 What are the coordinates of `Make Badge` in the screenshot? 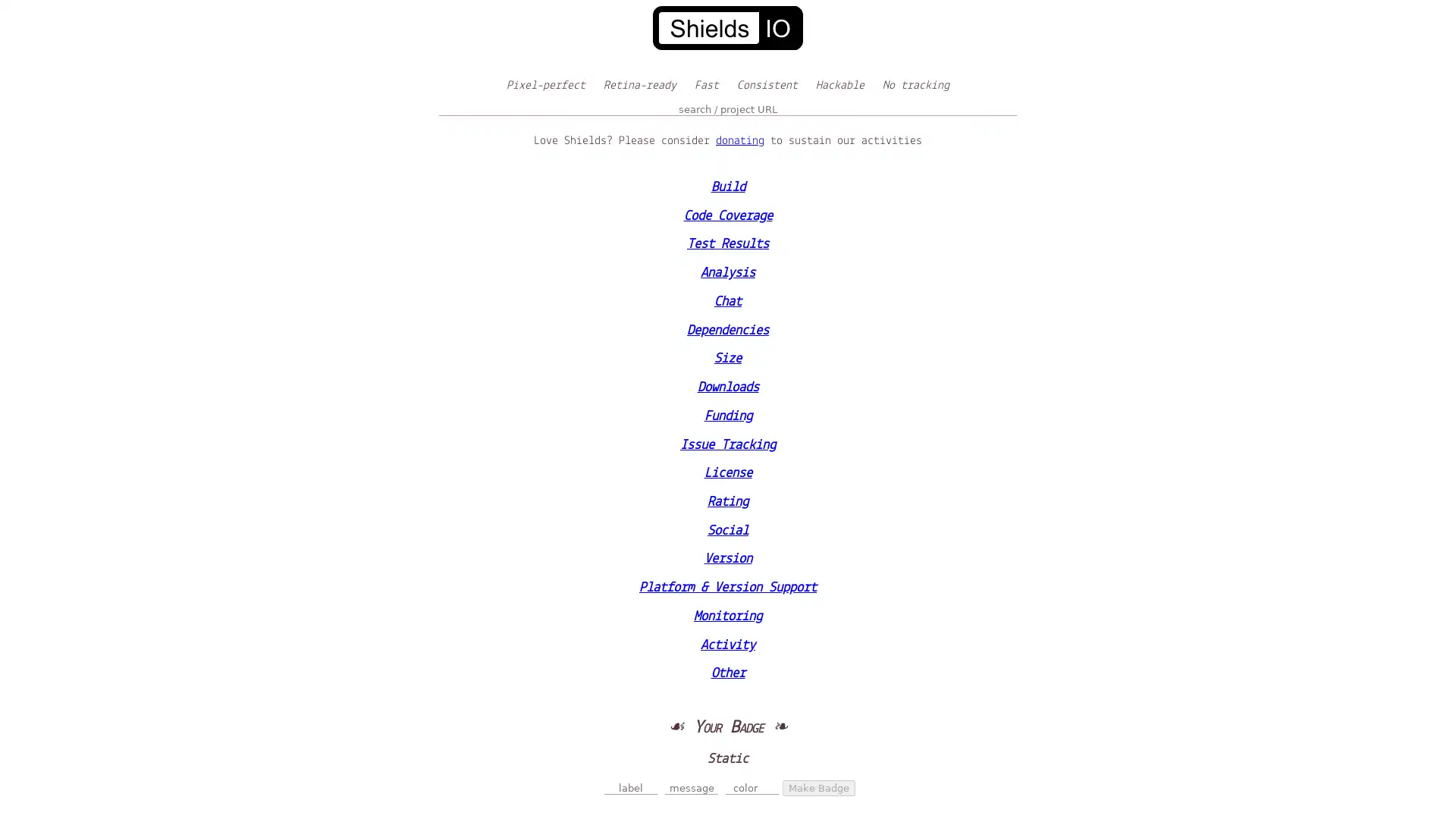 It's located at (818, 787).